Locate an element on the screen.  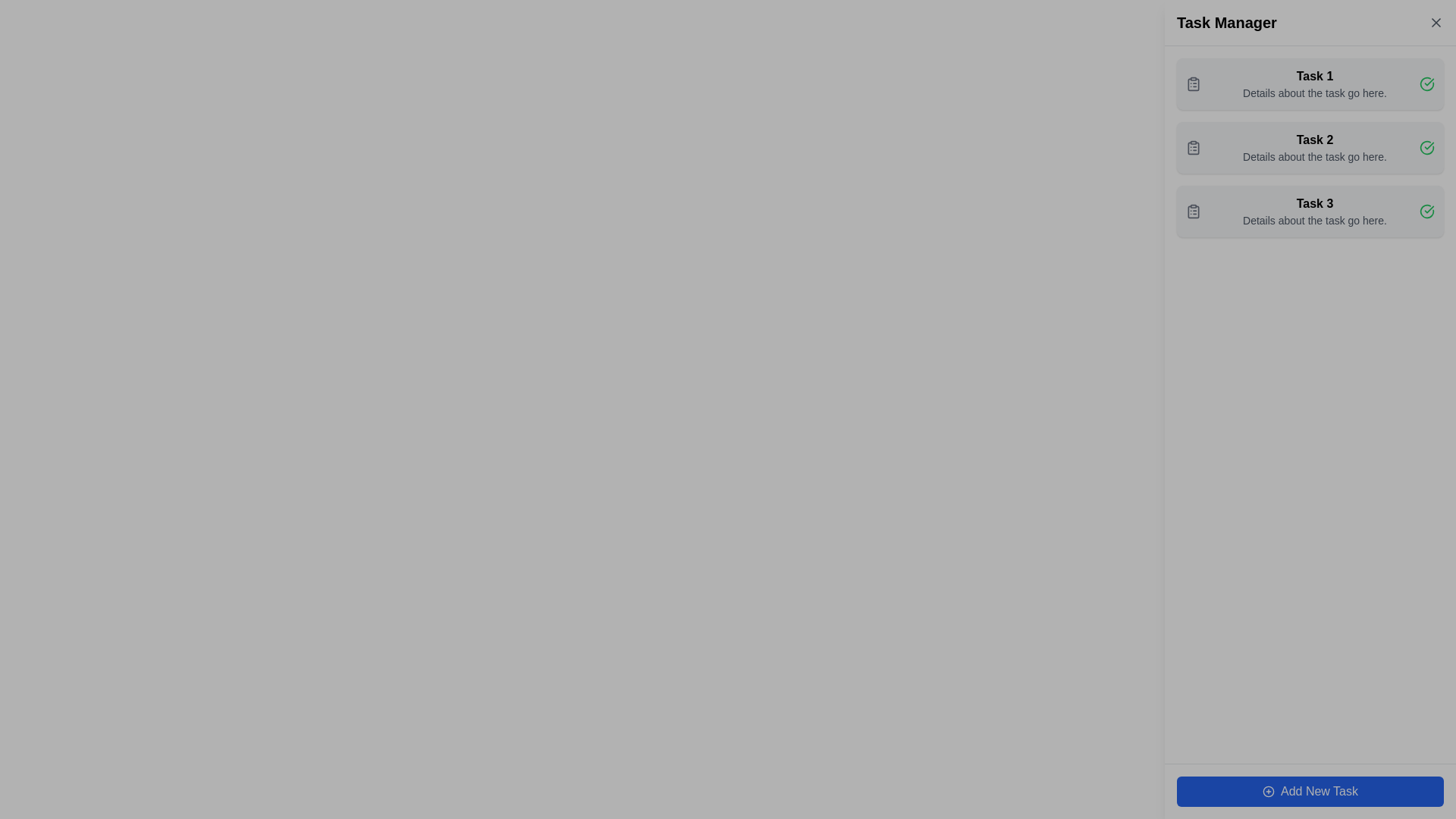
the static text label displaying 'Details about the task go here.' located beneath the bold heading 'Task 2' in the task manager interface is located at coordinates (1313, 157).